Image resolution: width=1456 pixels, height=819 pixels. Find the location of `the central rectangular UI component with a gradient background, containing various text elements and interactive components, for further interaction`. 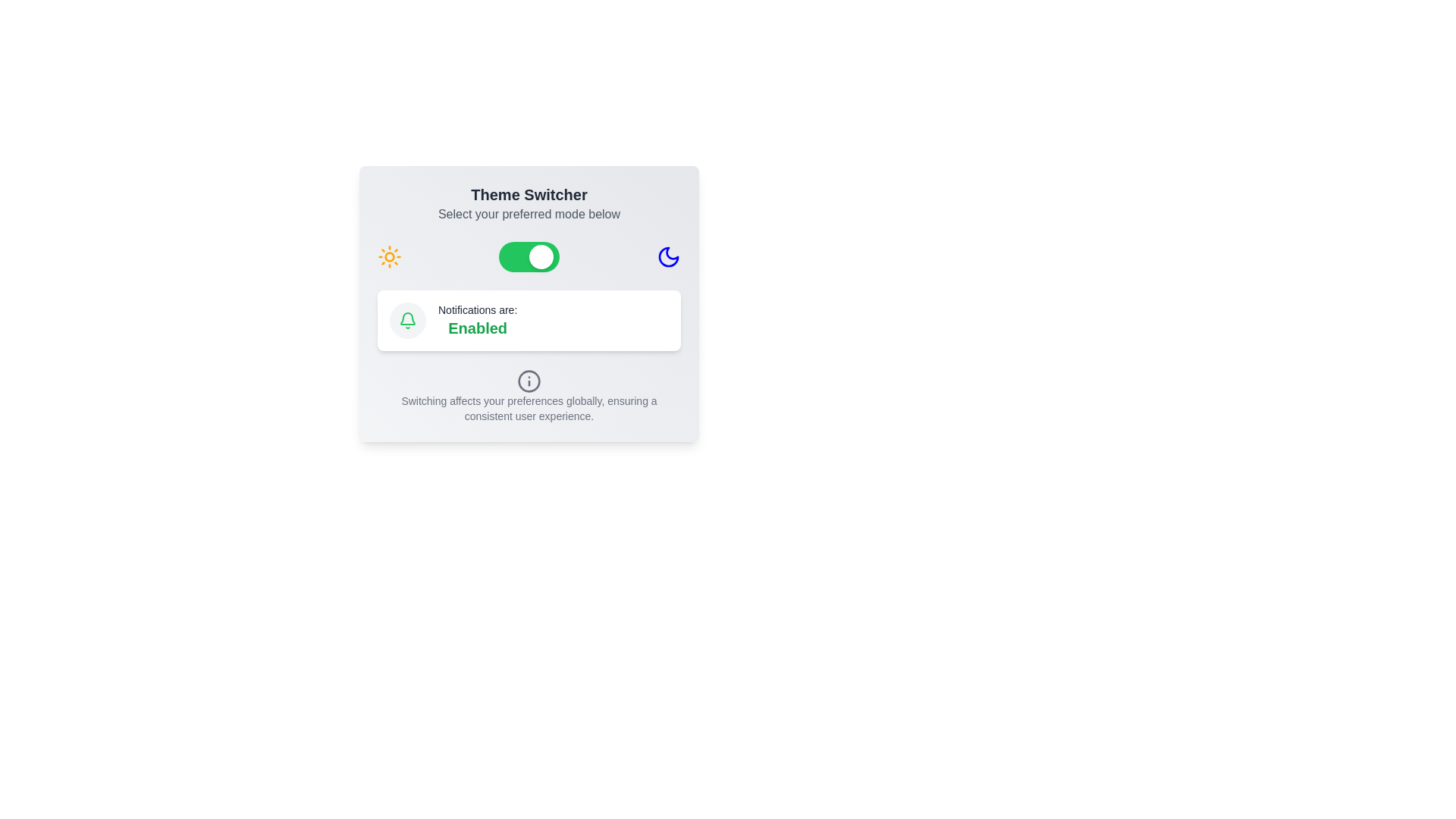

the central rectangular UI component with a gradient background, containing various text elements and interactive components, for further interaction is located at coordinates (529, 304).